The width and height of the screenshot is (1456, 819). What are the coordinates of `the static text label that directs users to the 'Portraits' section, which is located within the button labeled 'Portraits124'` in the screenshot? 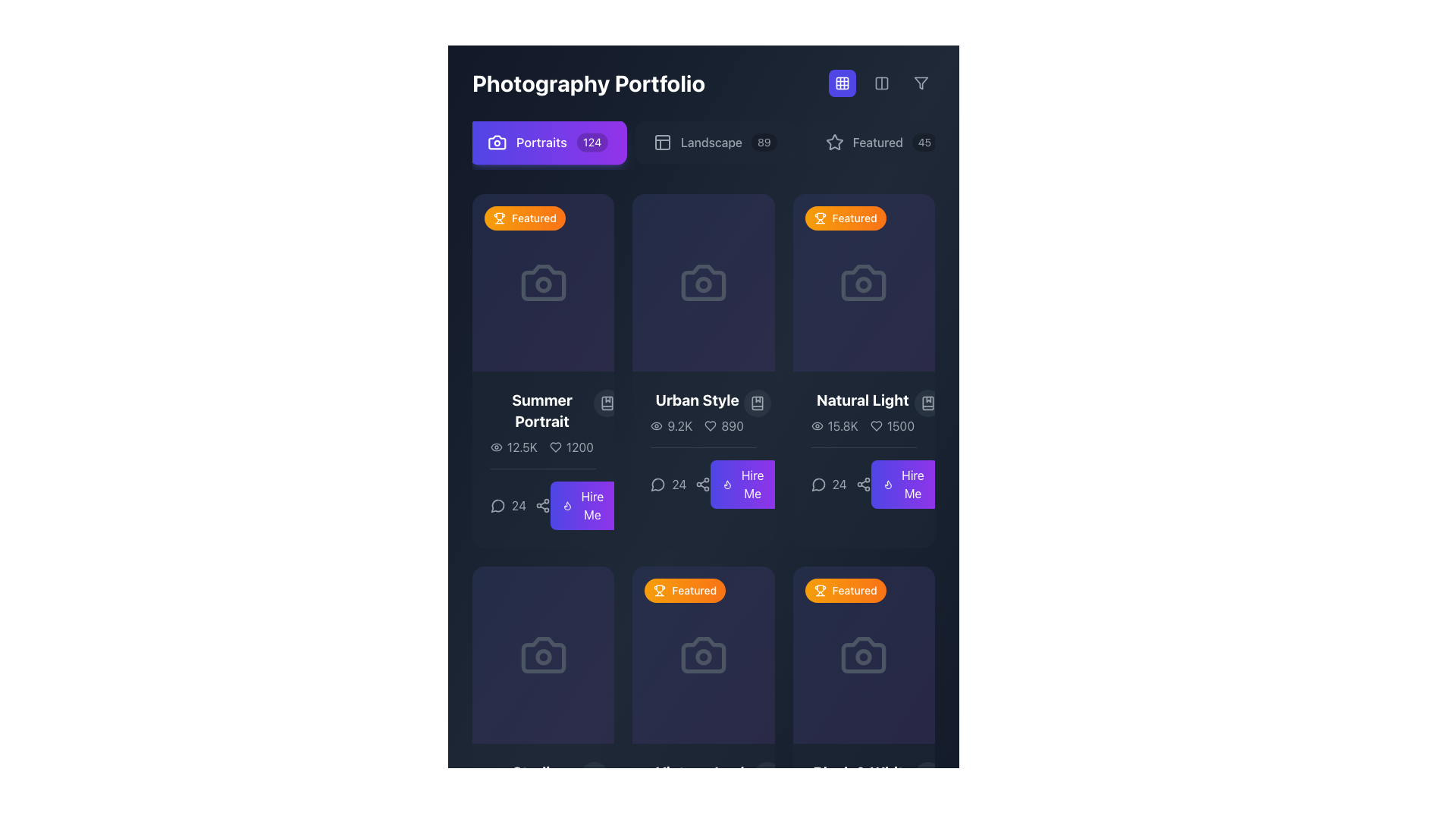 It's located at (541, 143).